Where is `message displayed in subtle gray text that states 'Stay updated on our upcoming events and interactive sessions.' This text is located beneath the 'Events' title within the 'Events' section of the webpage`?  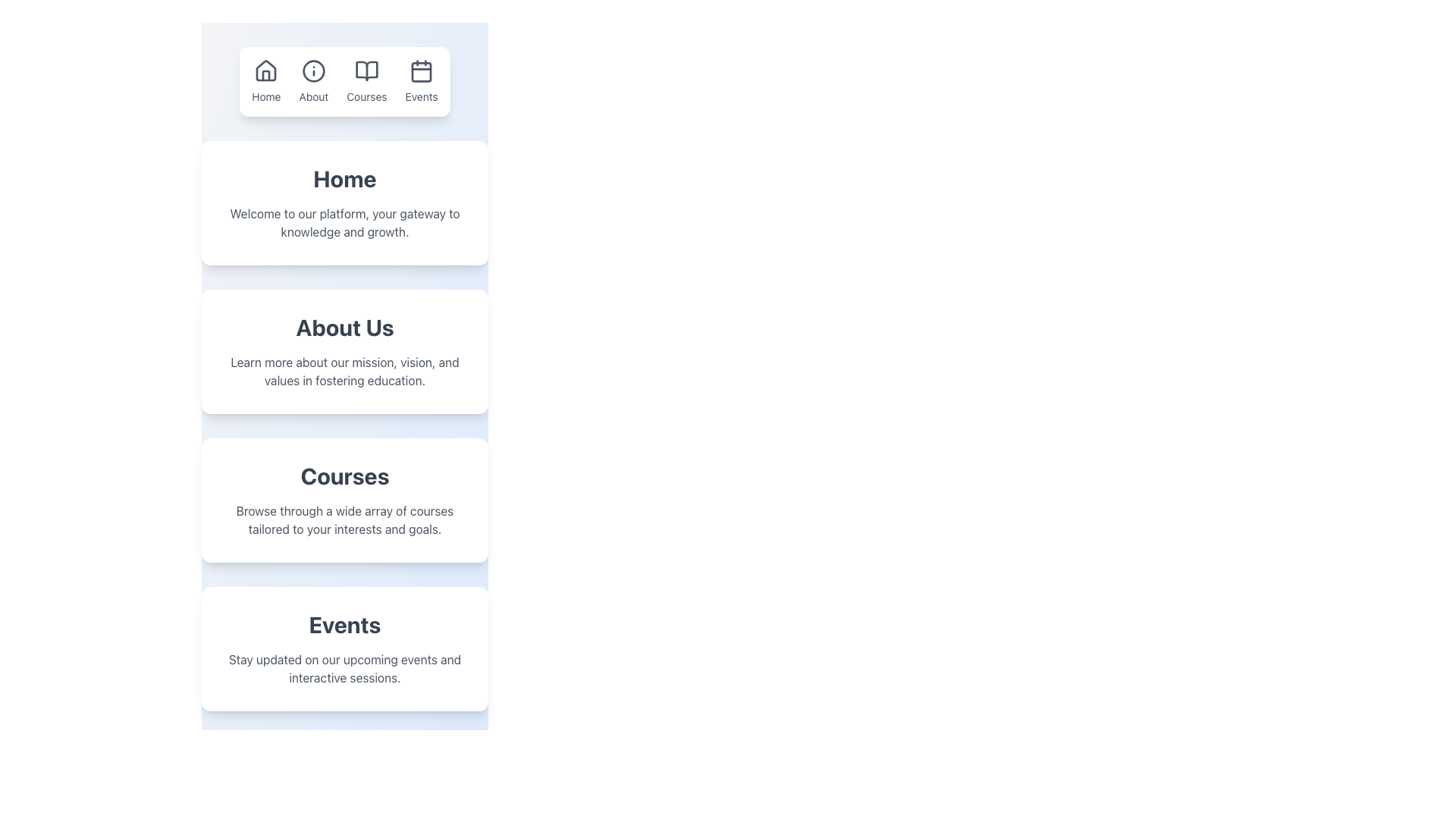
message displayed in subtle gray text that states 'Stay updated on our upcoming events and interactive sessions.' This text is located beneath the 'Events' title within the 'Events' section of the webpage is located at coordinates (344, 668).